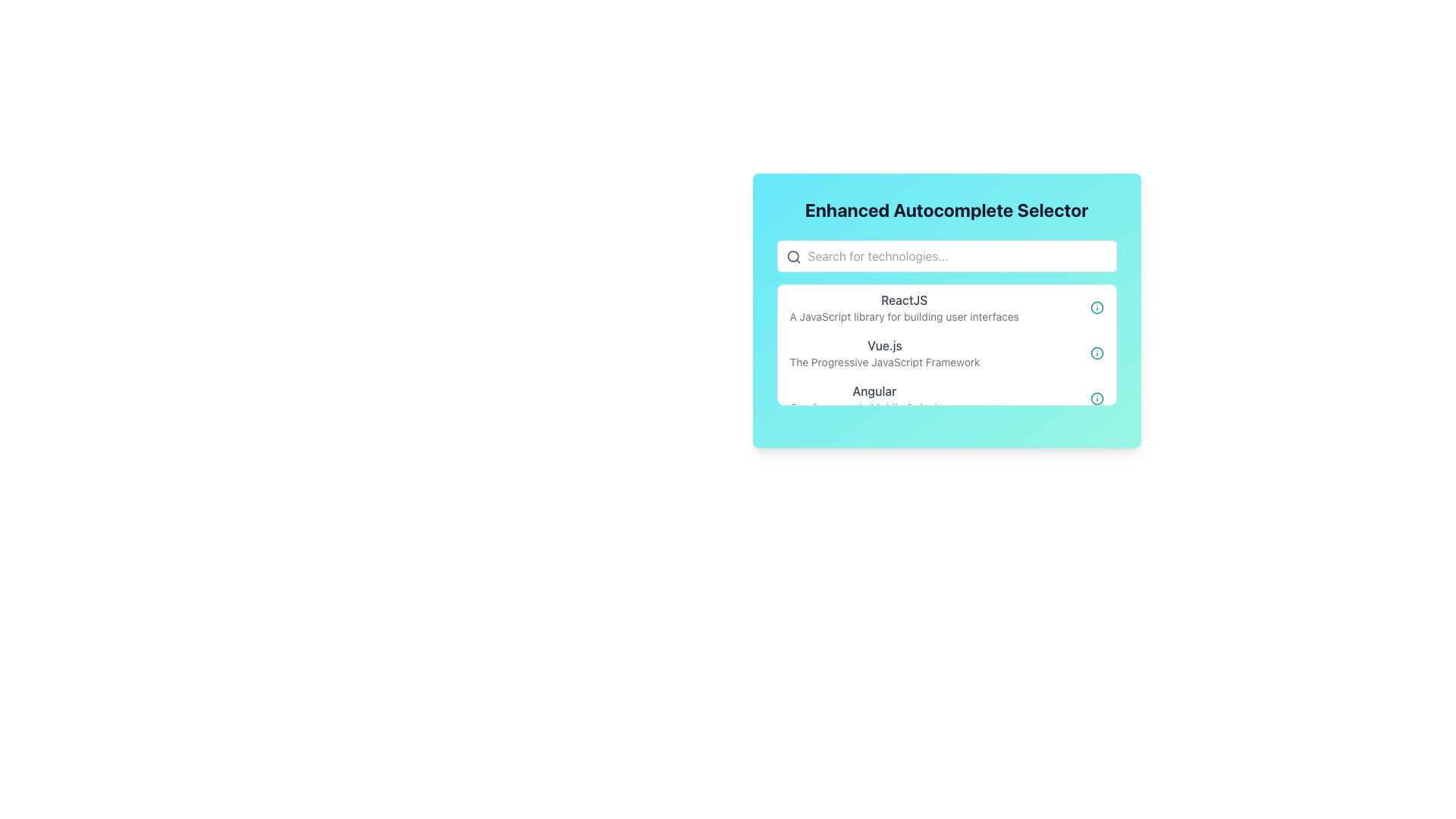 The image size is (1456, 819). I want to click on the second item in the dropdown menu that provides information about 'Vue.js' technology, so click(884, 353).